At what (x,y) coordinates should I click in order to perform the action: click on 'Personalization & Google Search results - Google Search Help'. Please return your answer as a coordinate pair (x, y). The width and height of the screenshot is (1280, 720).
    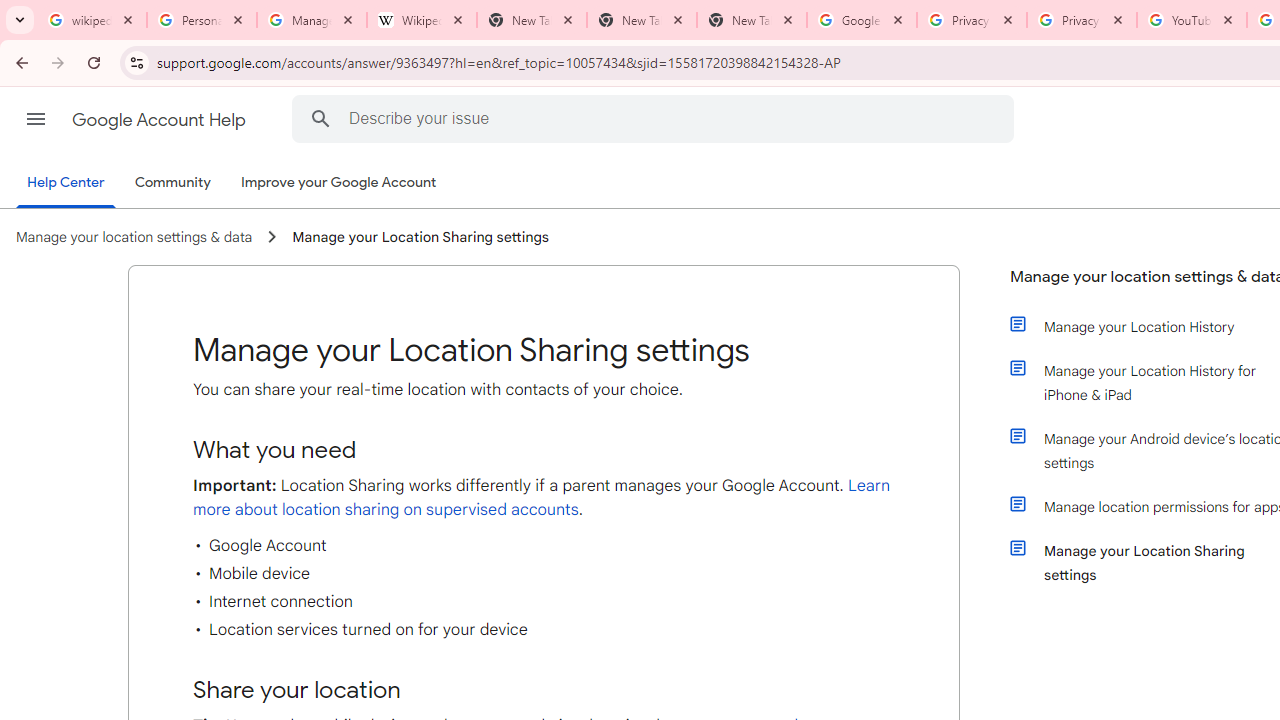
    Looking at the image, I should click on (202, 20).